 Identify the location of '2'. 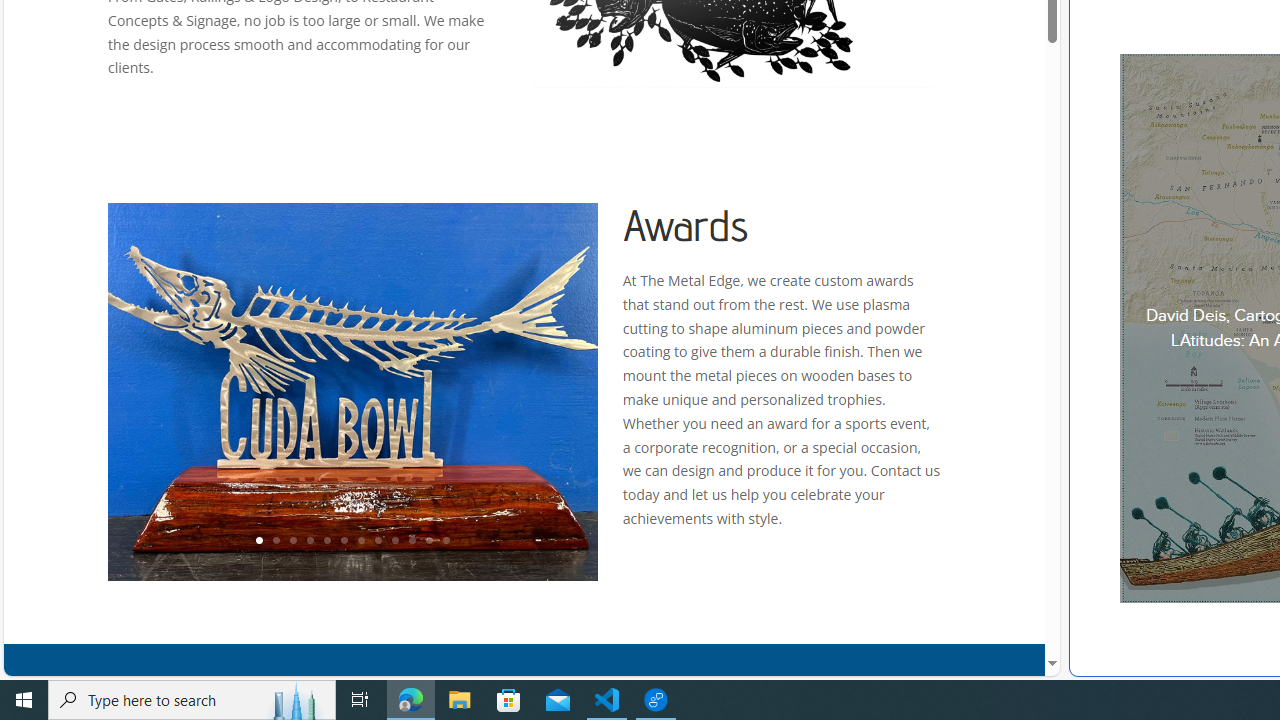
(274, 541).